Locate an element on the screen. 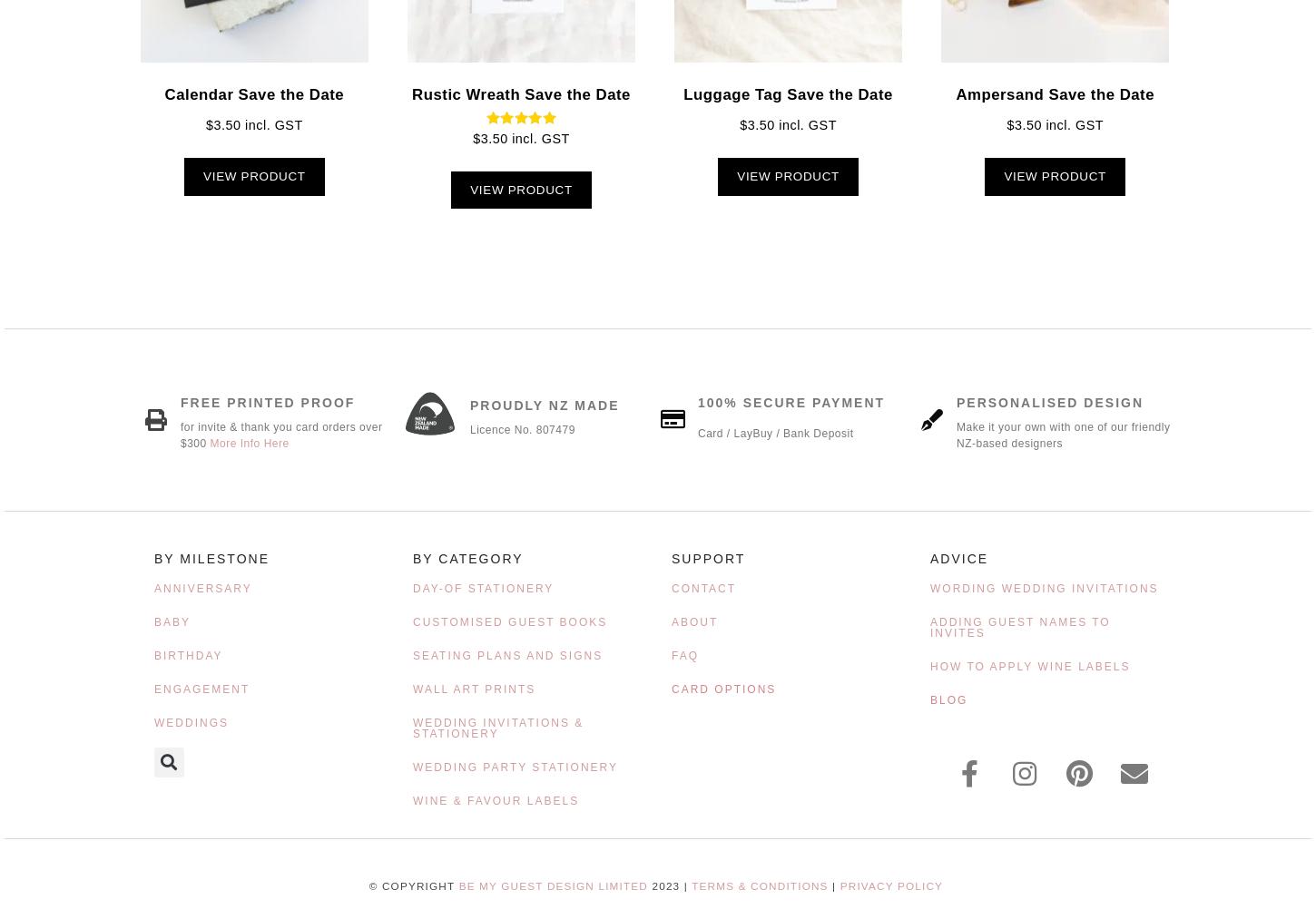  'FAQ' is located at coordinates (671, 654).